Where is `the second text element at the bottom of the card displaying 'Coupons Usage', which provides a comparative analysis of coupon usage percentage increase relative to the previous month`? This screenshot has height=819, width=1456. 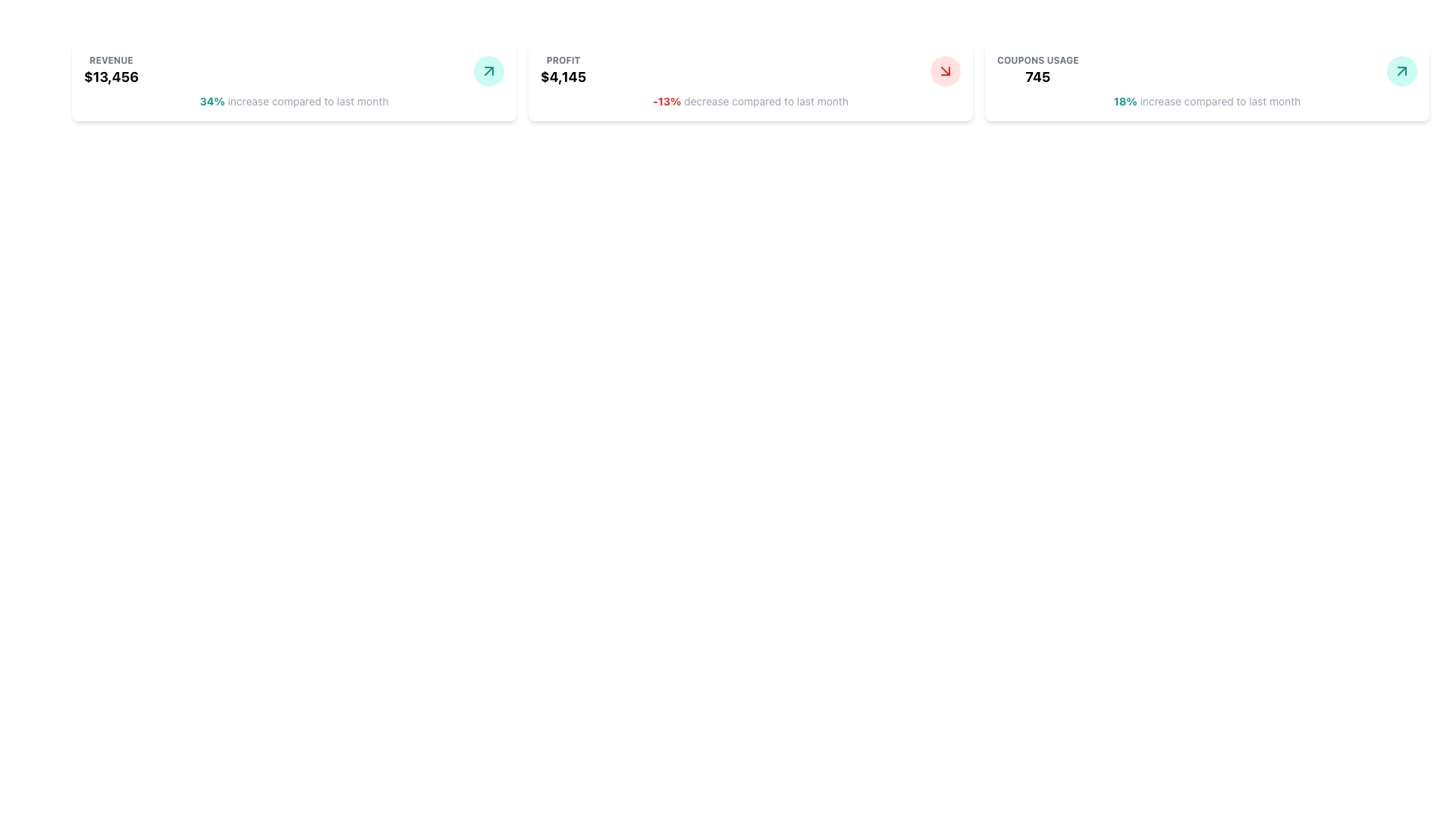
the second text element at the bottom of the card displaying 'Coupons Usage', which provides a comparative analysis of coupon usage percentage increase relative to the previous month is located at coordinates (1207, 102).